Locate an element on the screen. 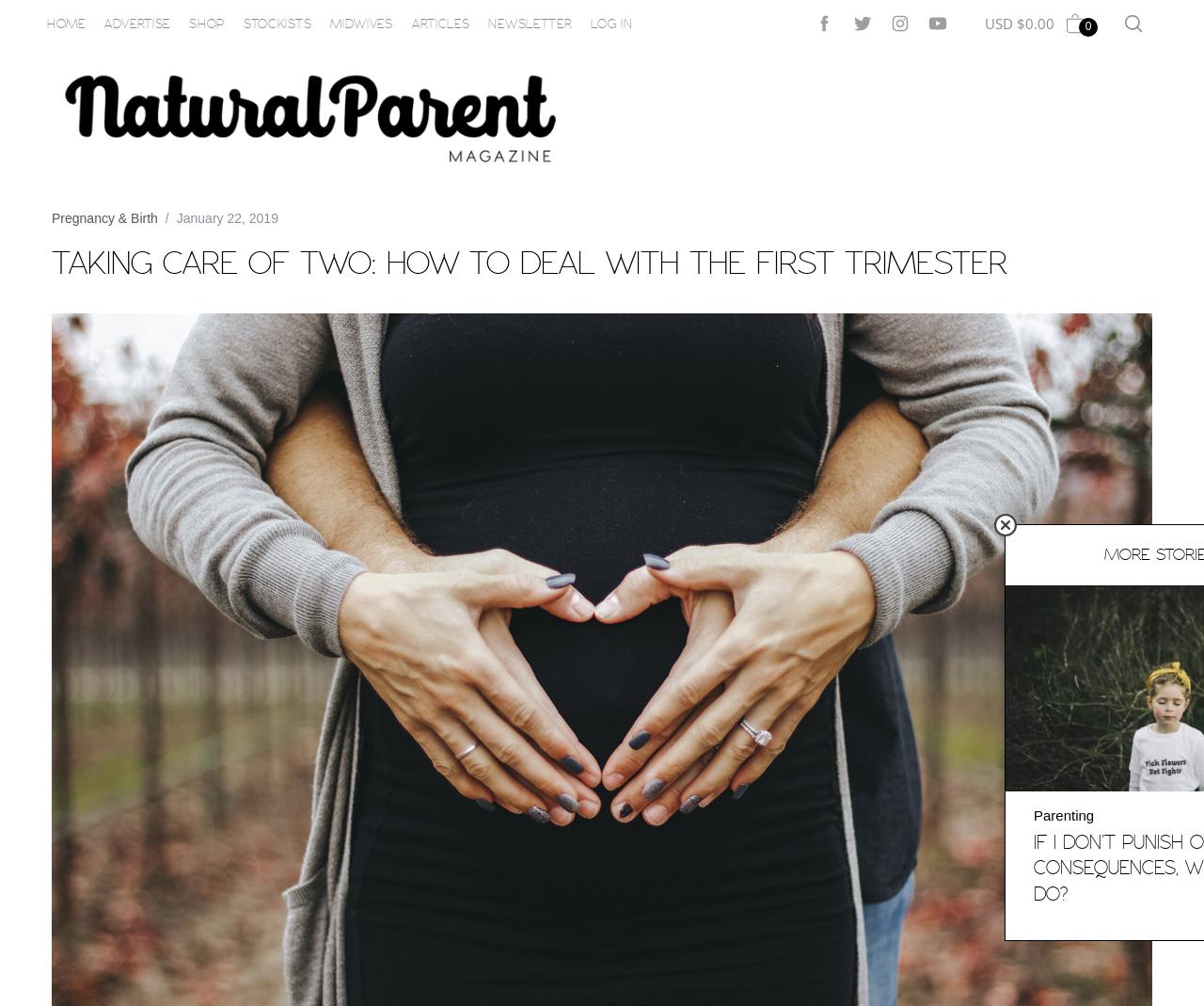 The width and height of the screenshot is (1204, 1006). 'Home' is located at coordinates (66, 22).